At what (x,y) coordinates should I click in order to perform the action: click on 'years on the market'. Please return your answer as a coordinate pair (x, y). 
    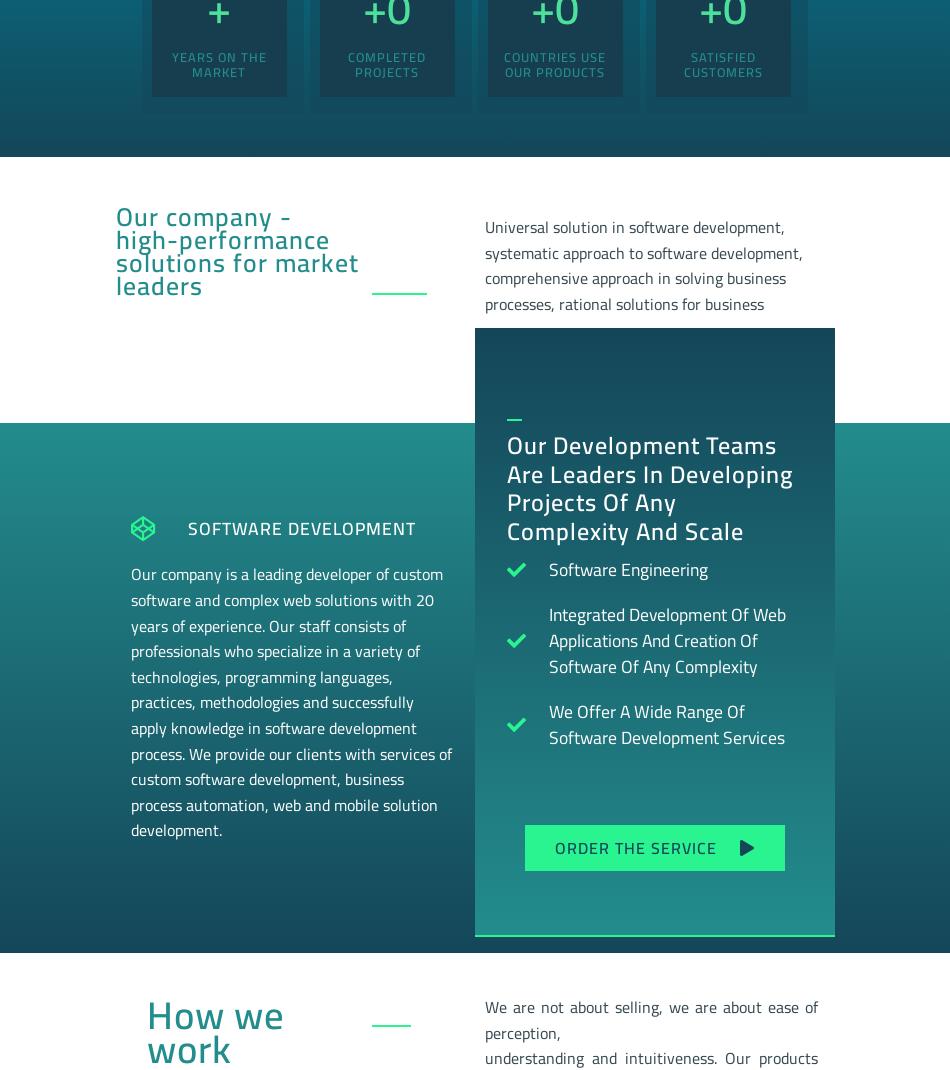
    Looking at the image, I should click on (218, 62).